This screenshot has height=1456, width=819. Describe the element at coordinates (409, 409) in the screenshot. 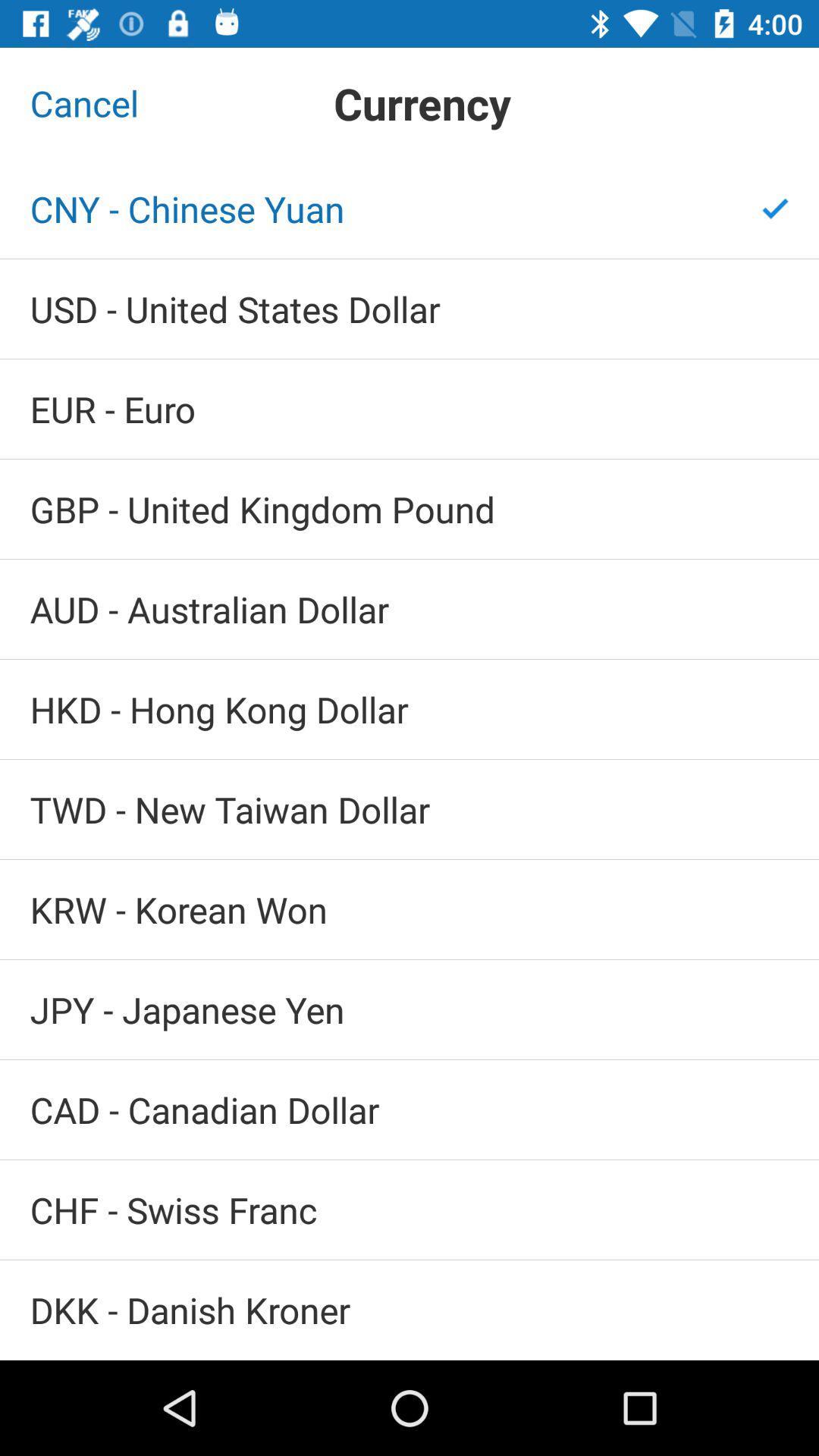

I see `icon below the usd united states item` at that location.